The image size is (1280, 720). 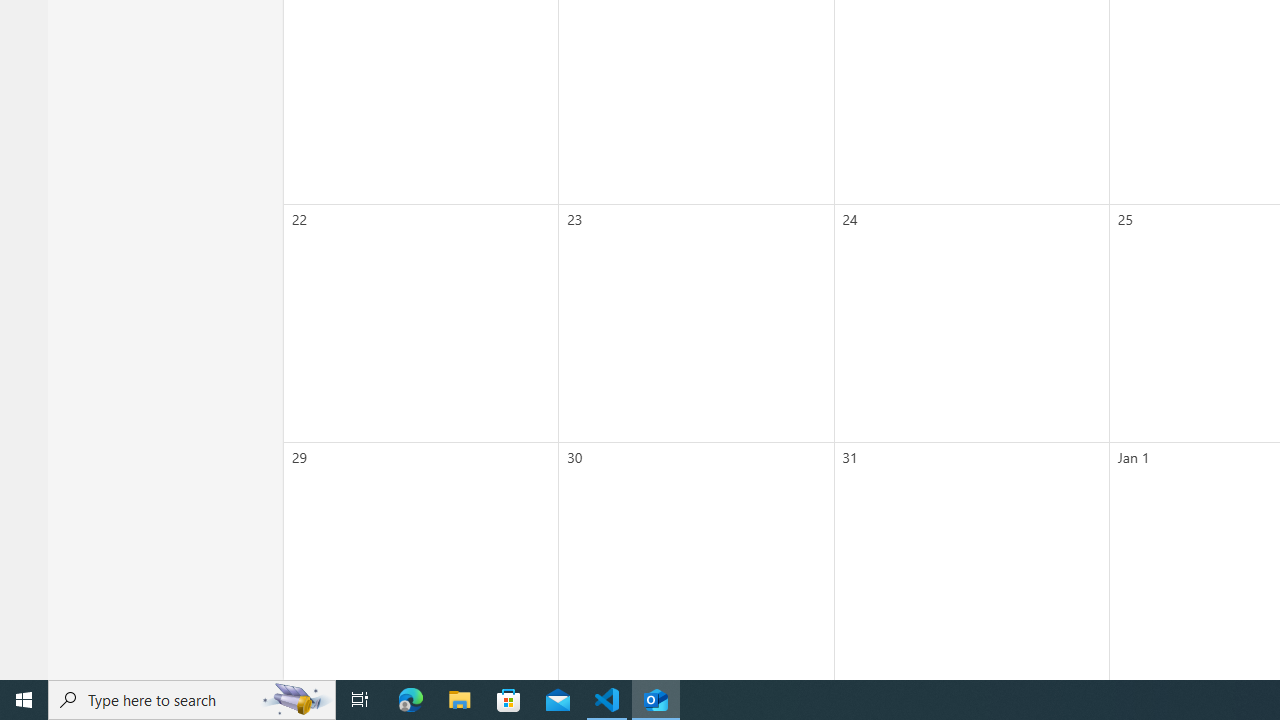 What do you see at coordinates (656, 698) in the screenshot?
I see `'Outlook (new) - 1 running window'` at bounding box center [656, 698].